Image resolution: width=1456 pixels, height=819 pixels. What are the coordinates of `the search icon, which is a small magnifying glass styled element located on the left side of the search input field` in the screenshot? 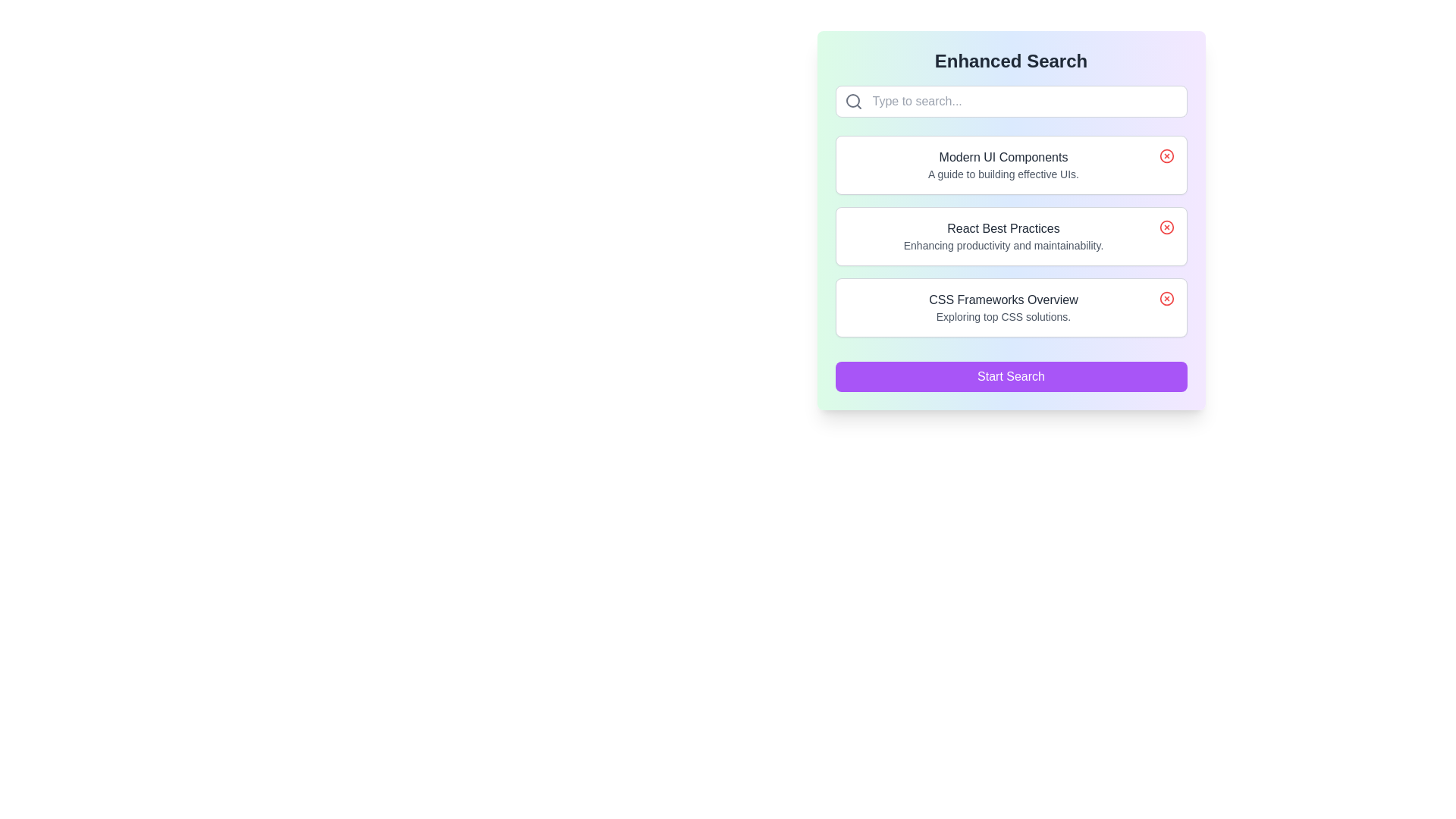 It's located at (853, 102).